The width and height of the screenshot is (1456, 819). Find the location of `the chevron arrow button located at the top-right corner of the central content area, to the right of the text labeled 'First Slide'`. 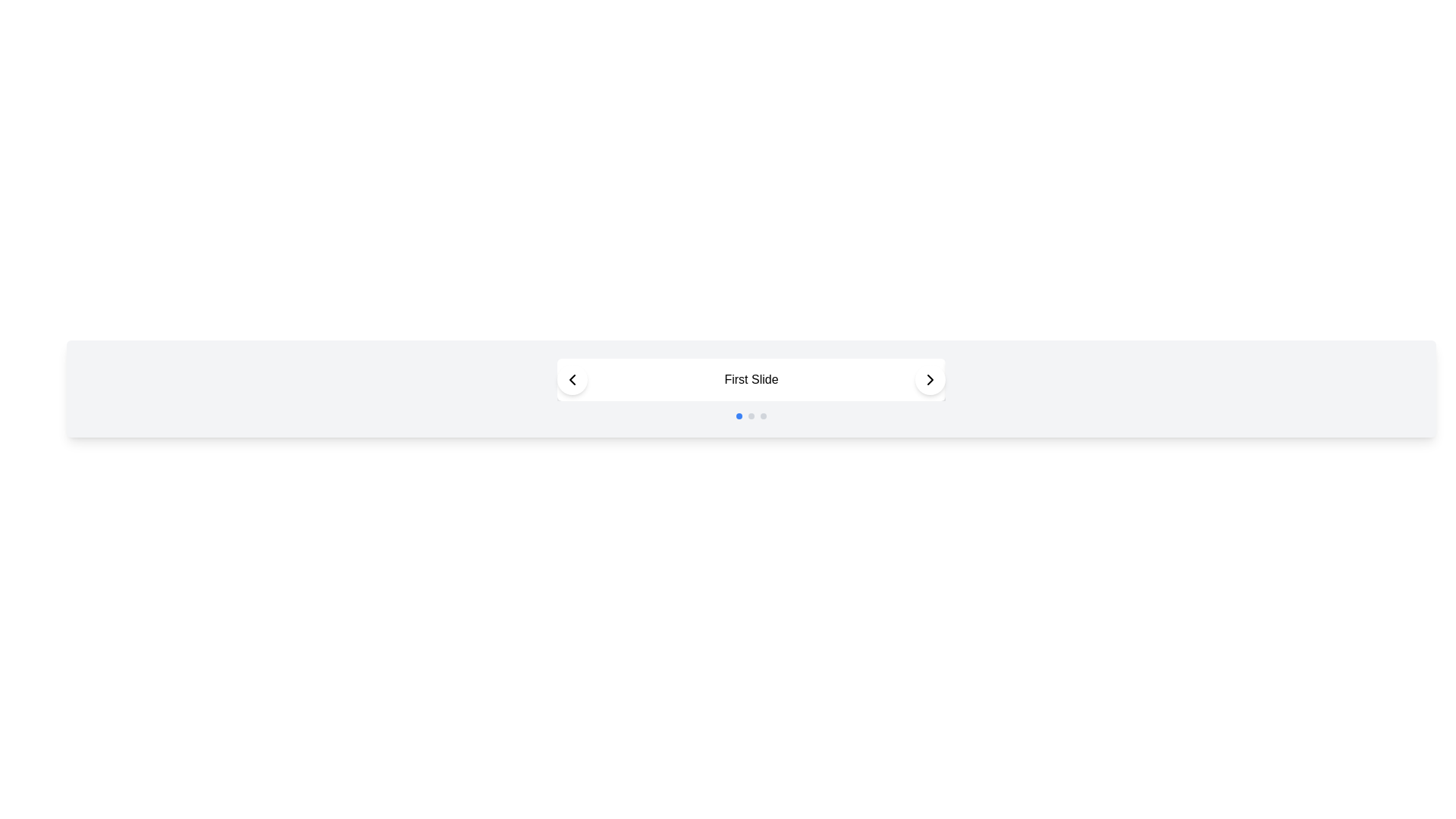

the chevron arrow button located at the top-right corner of the central content area, to the right of the text labeled 'First Slide' is located at coordinates (930, 379).